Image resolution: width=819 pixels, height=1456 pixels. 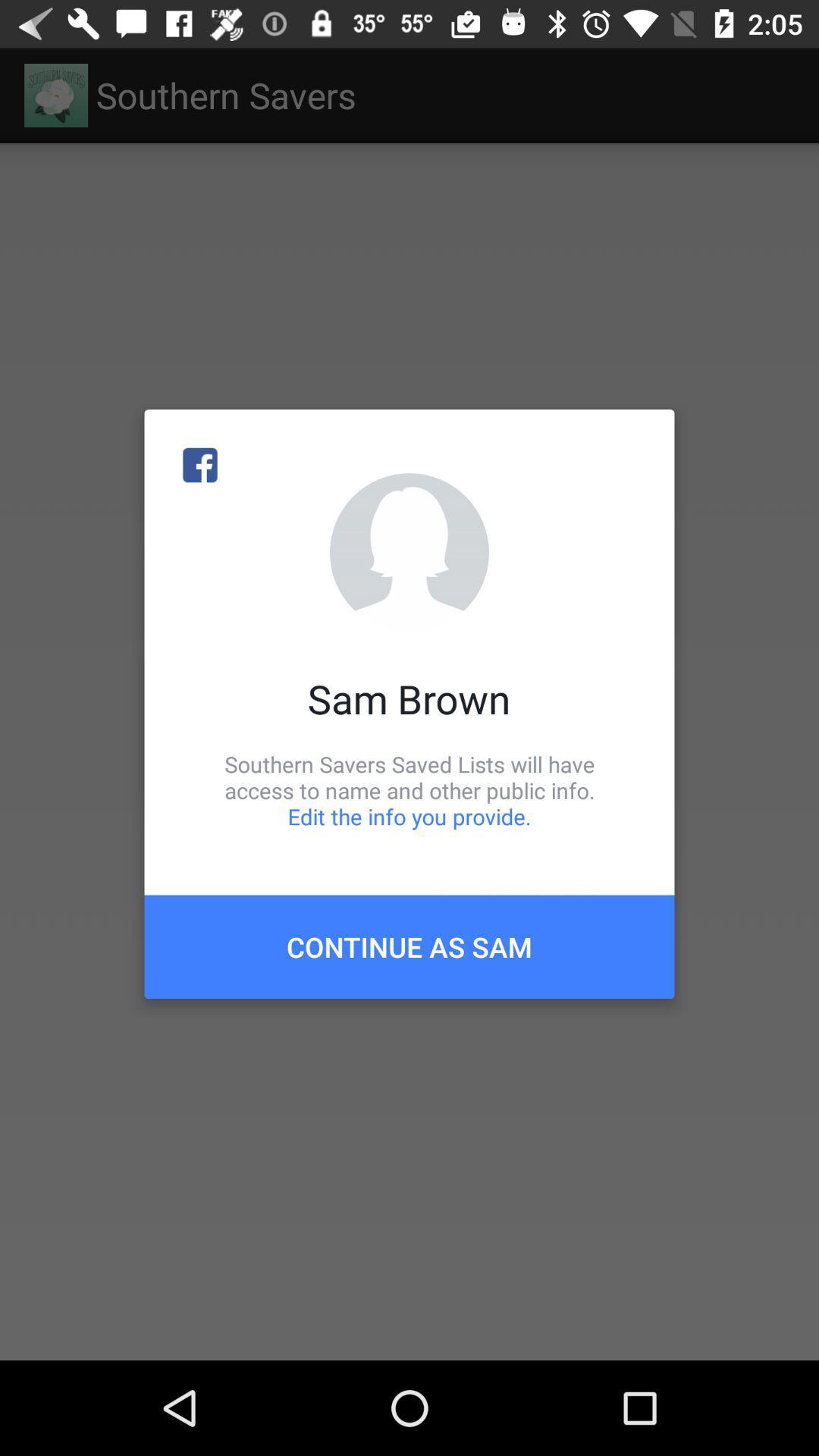 I want to click on item above continue as sam, so click(x=409, y=789).